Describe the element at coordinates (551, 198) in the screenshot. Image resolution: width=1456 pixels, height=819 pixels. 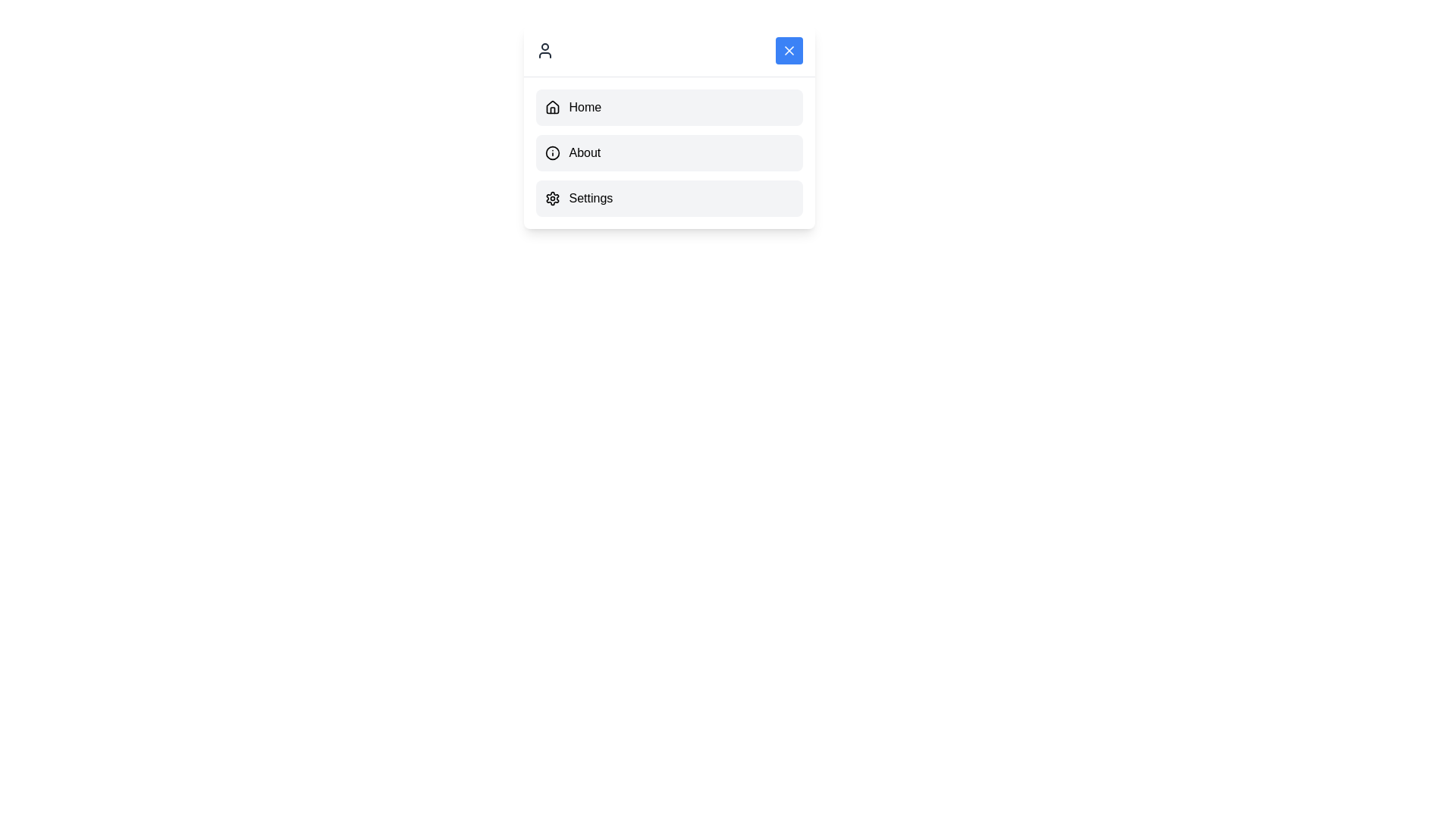
I see `the gear-shaped icon associated with the settings option` at that location.